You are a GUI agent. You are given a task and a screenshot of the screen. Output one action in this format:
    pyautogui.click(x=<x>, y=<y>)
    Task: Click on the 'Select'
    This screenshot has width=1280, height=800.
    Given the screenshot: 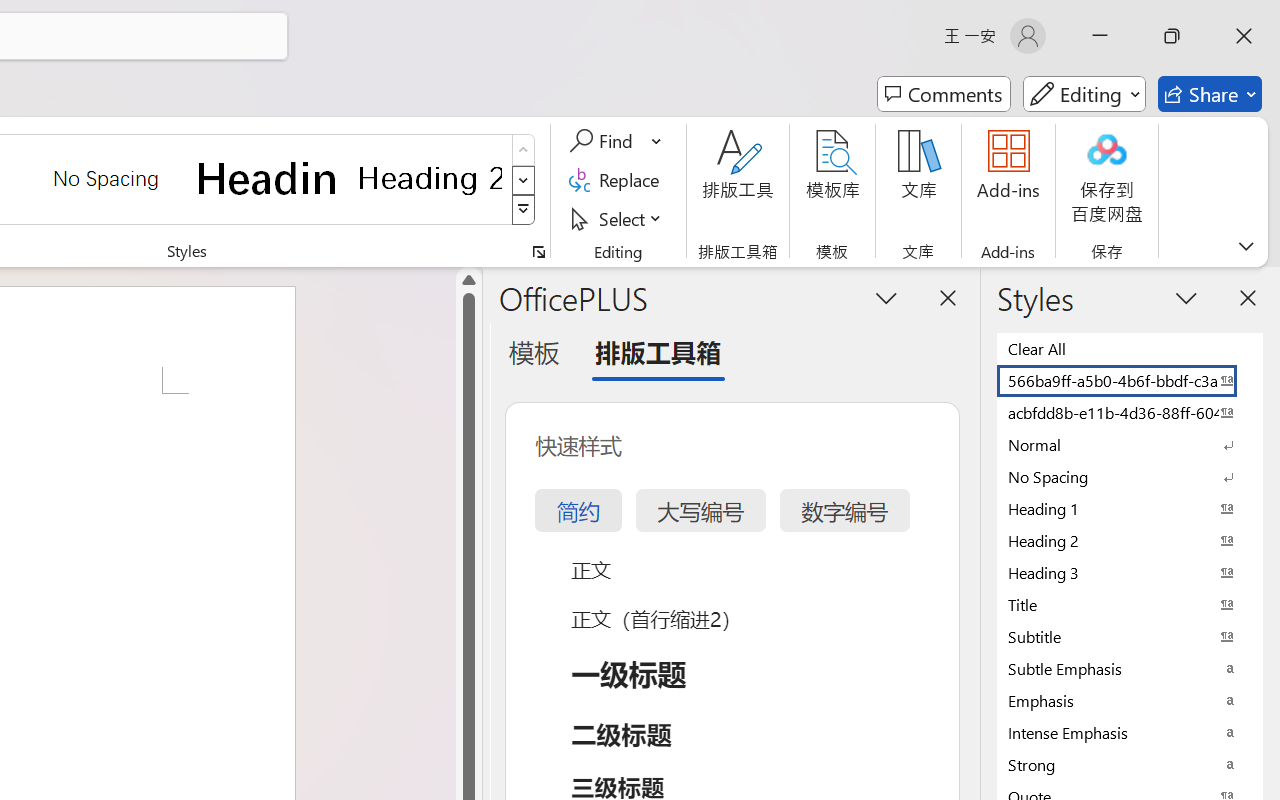 What is the action you would take?
    pyautogui.click(x=617, y=218)
    